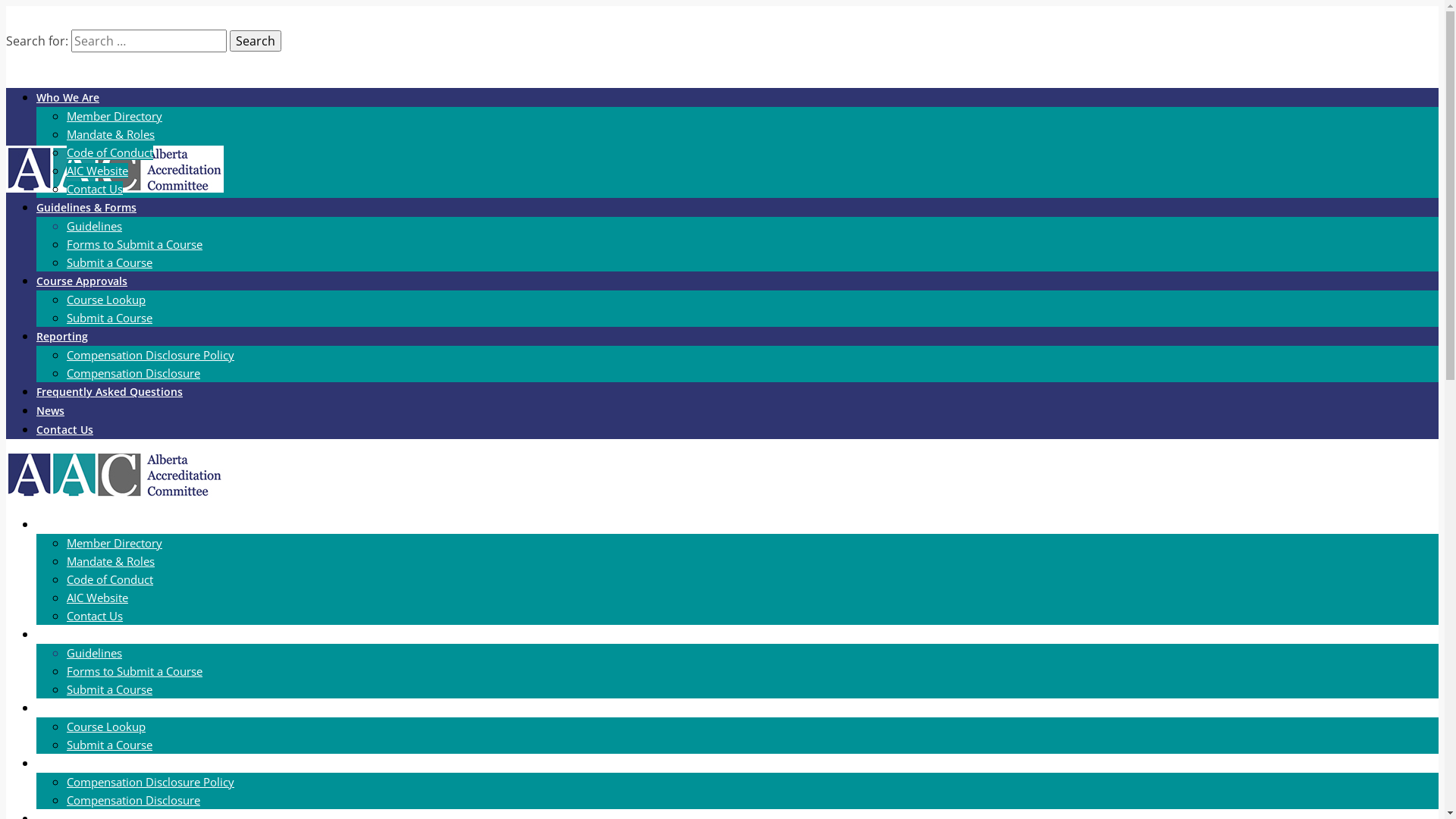  I want to click on 'Who We Are', so click(67, 97).